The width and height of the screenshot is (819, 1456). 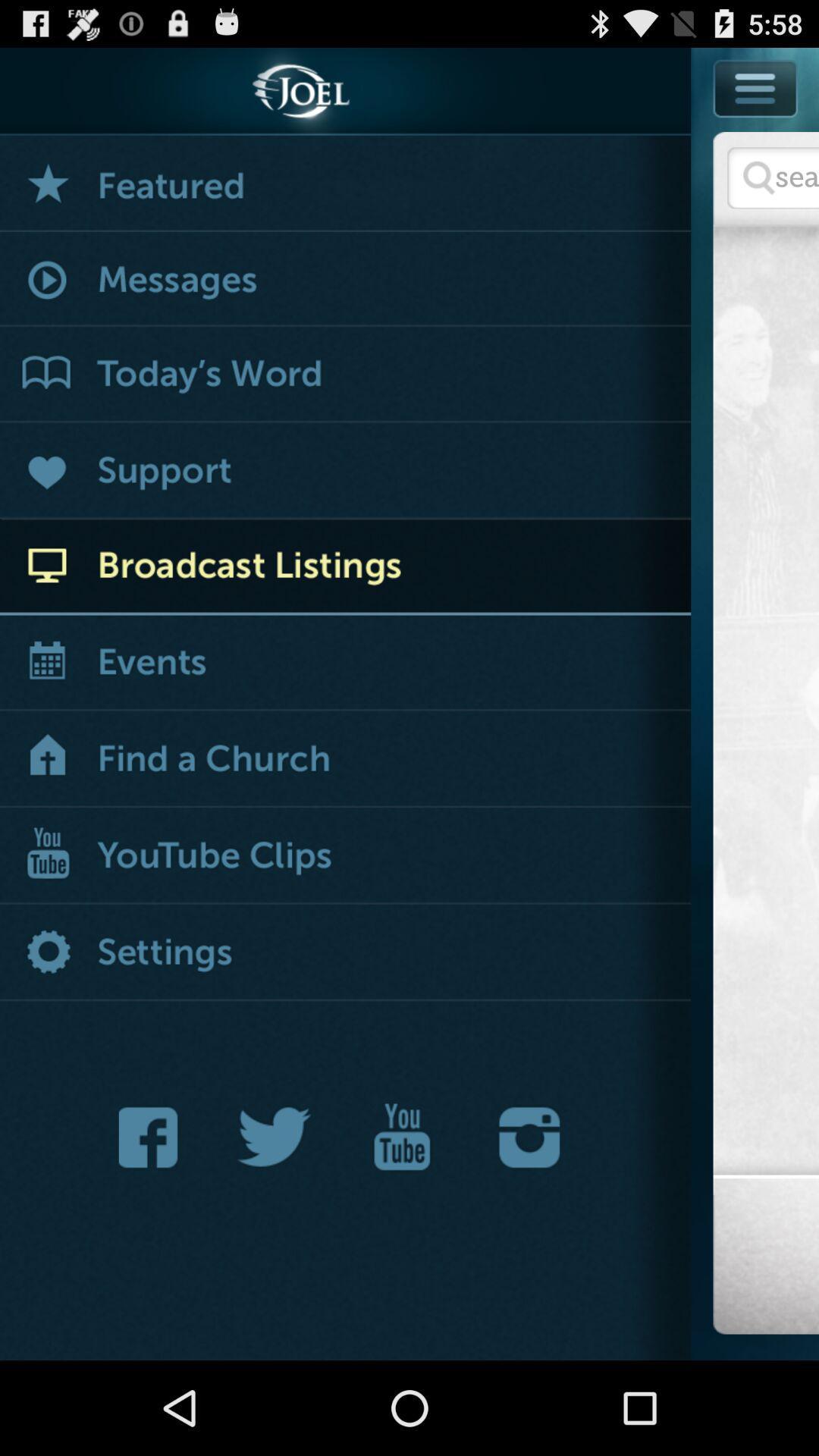 What do you see at coordinates (756, 87) in the screenshot?
I see `menu button` at bounding box center [756, 87].